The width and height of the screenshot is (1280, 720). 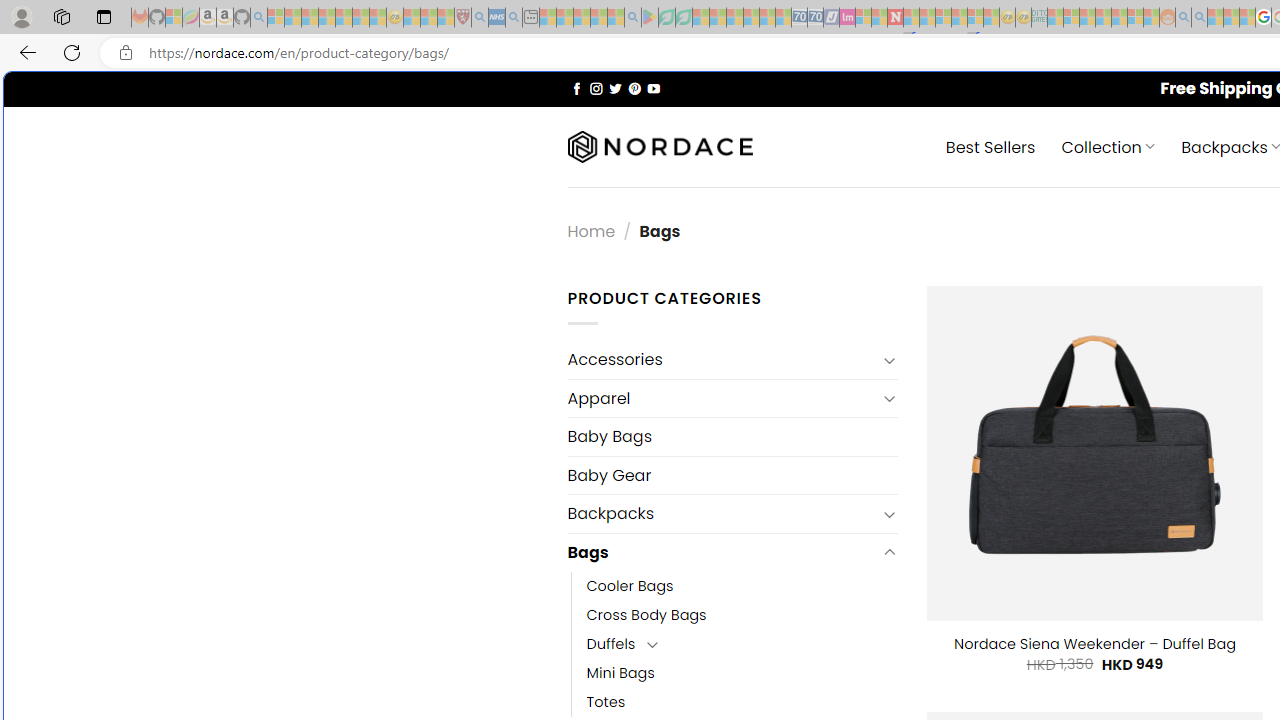 I want to click on 'Follow on Pinterest', so click(x=633, y=87).